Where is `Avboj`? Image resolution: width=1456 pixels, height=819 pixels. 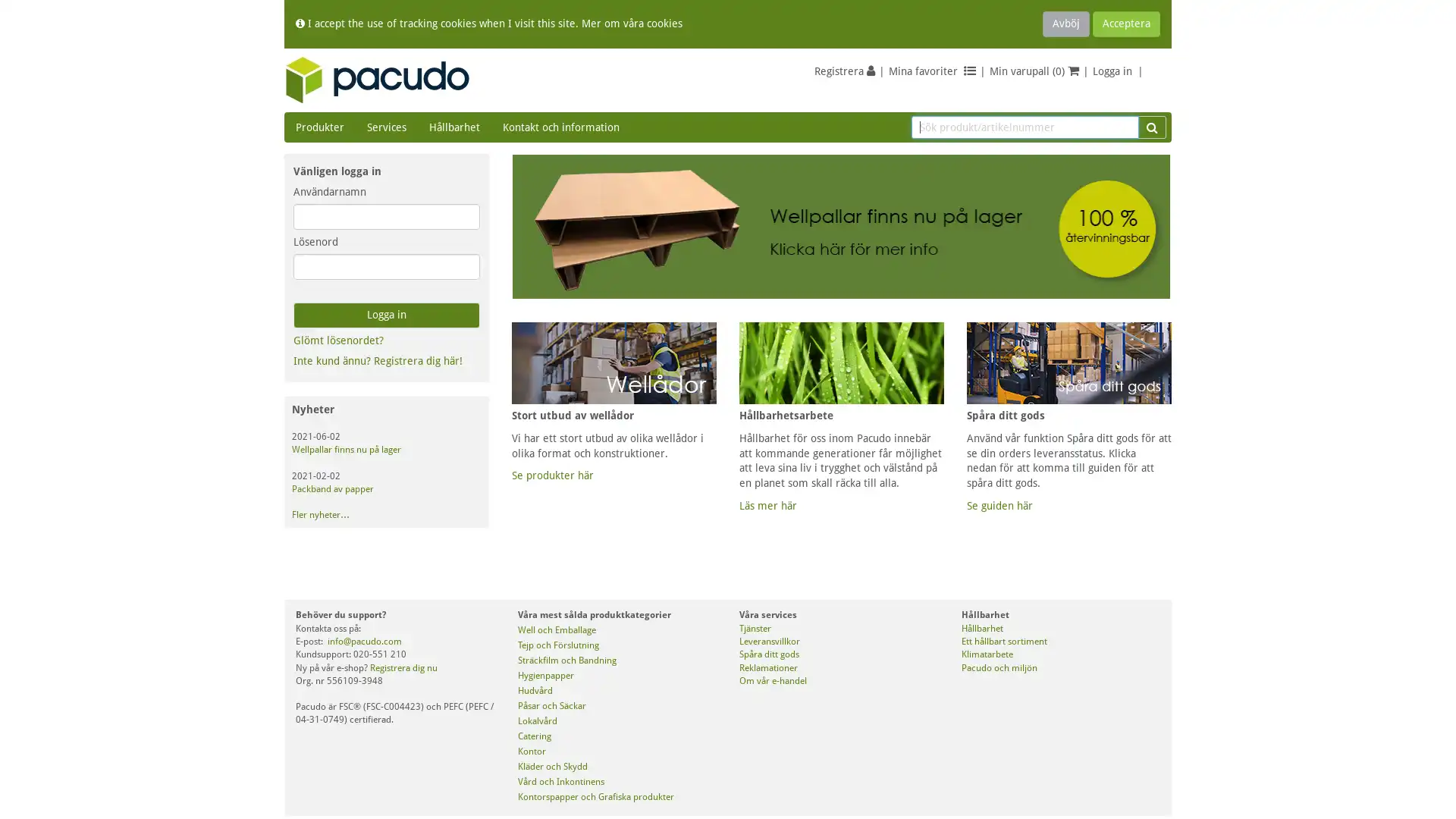
Avboj is located at coordinates (1065, 24).